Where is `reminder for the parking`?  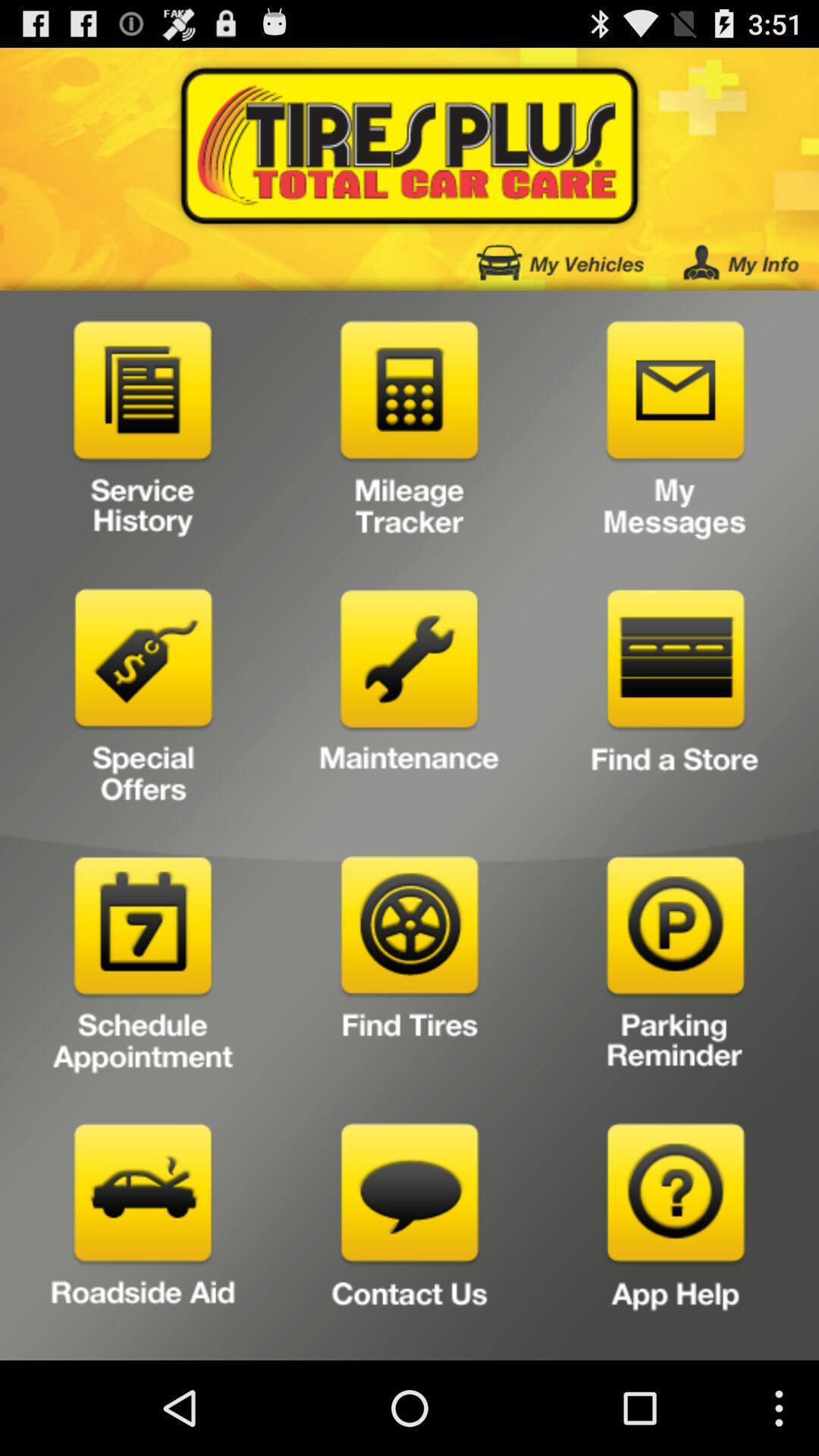 reminder for the parking is located at coordinates (675, 968).